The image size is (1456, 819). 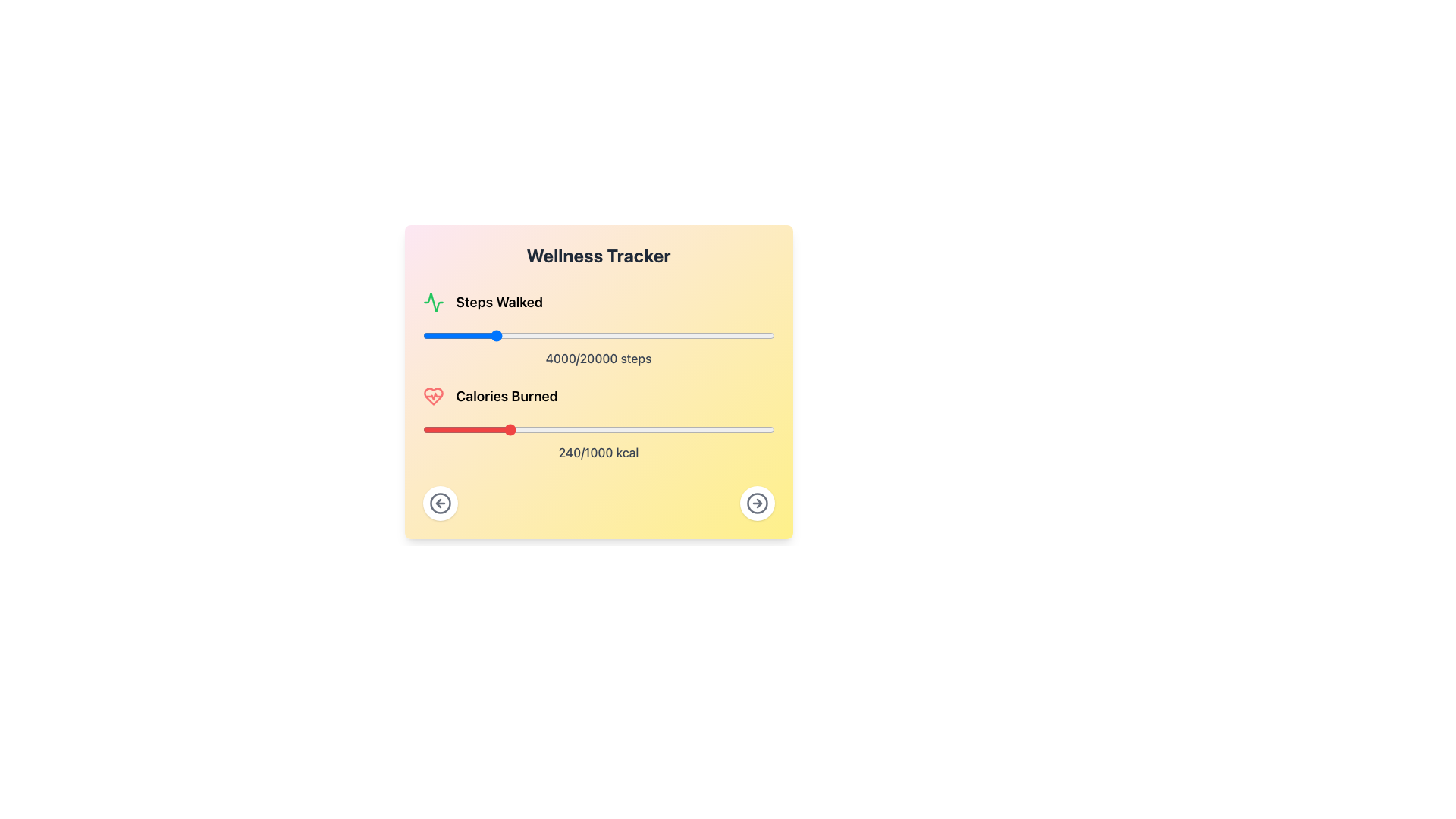 I want to click on the calories burned slider, so click(x=464, y=430).